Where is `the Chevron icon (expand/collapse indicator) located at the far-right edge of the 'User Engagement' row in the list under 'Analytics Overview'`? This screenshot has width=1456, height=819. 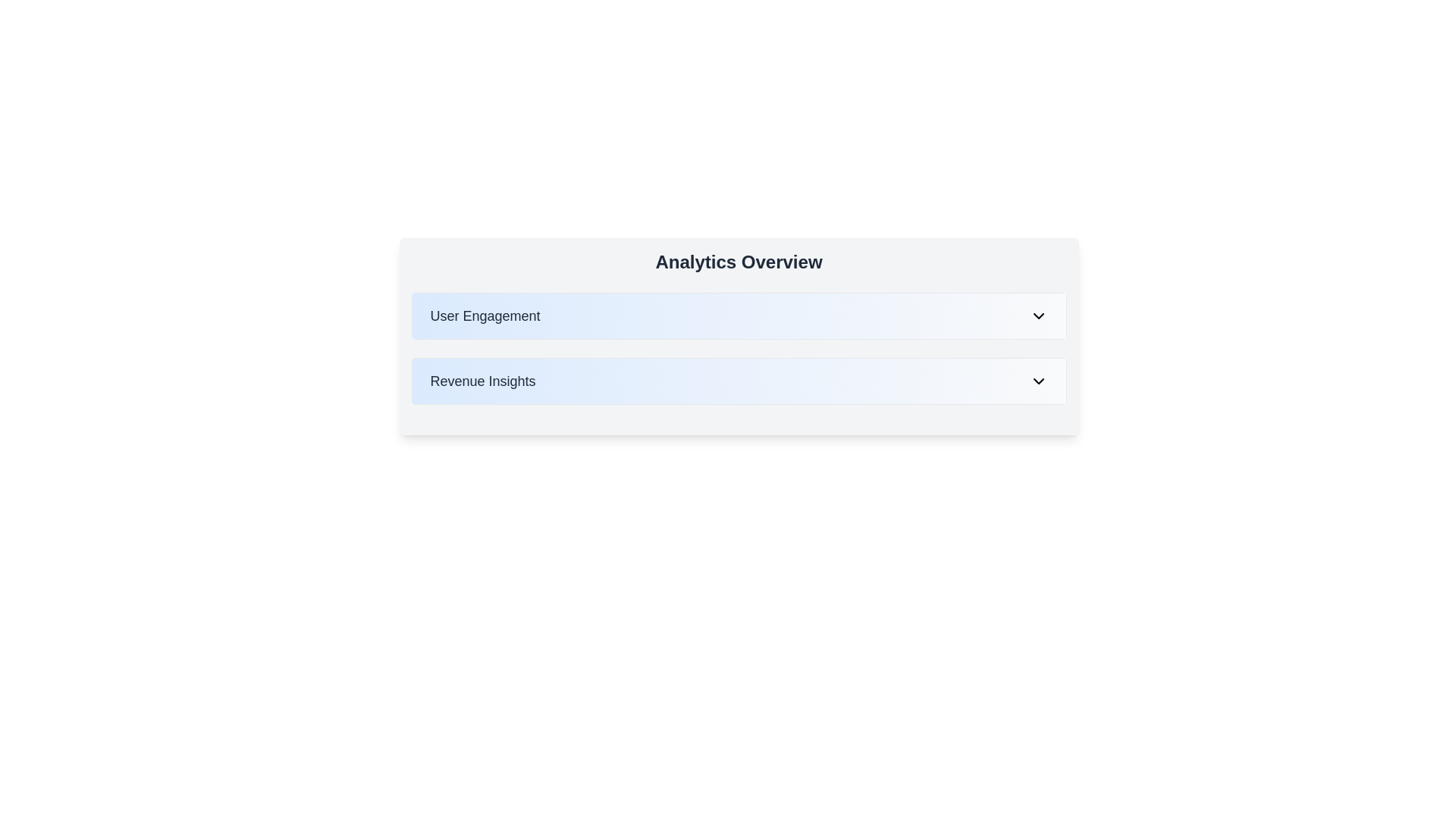 the Chevron icon (expand/collapse indicator) located at the far-right edge of the 'User Engagement' row in the list under 'Analytics Overview' is located at coordinates (1037, 315).